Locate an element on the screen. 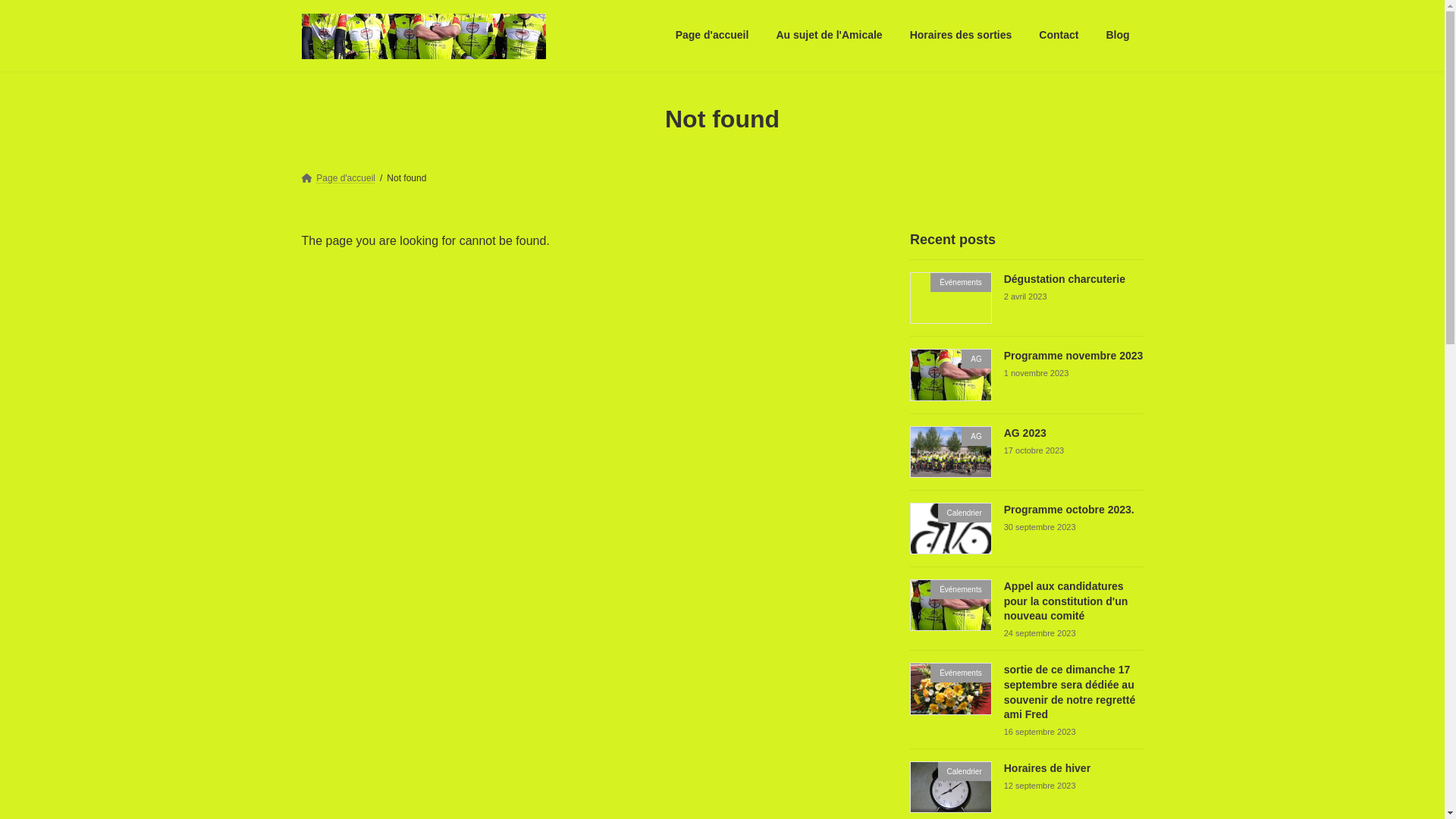 The width and height of the screenshot is (1456, 819). 'Horaires des sorties' is located at coordinates (896, 34).